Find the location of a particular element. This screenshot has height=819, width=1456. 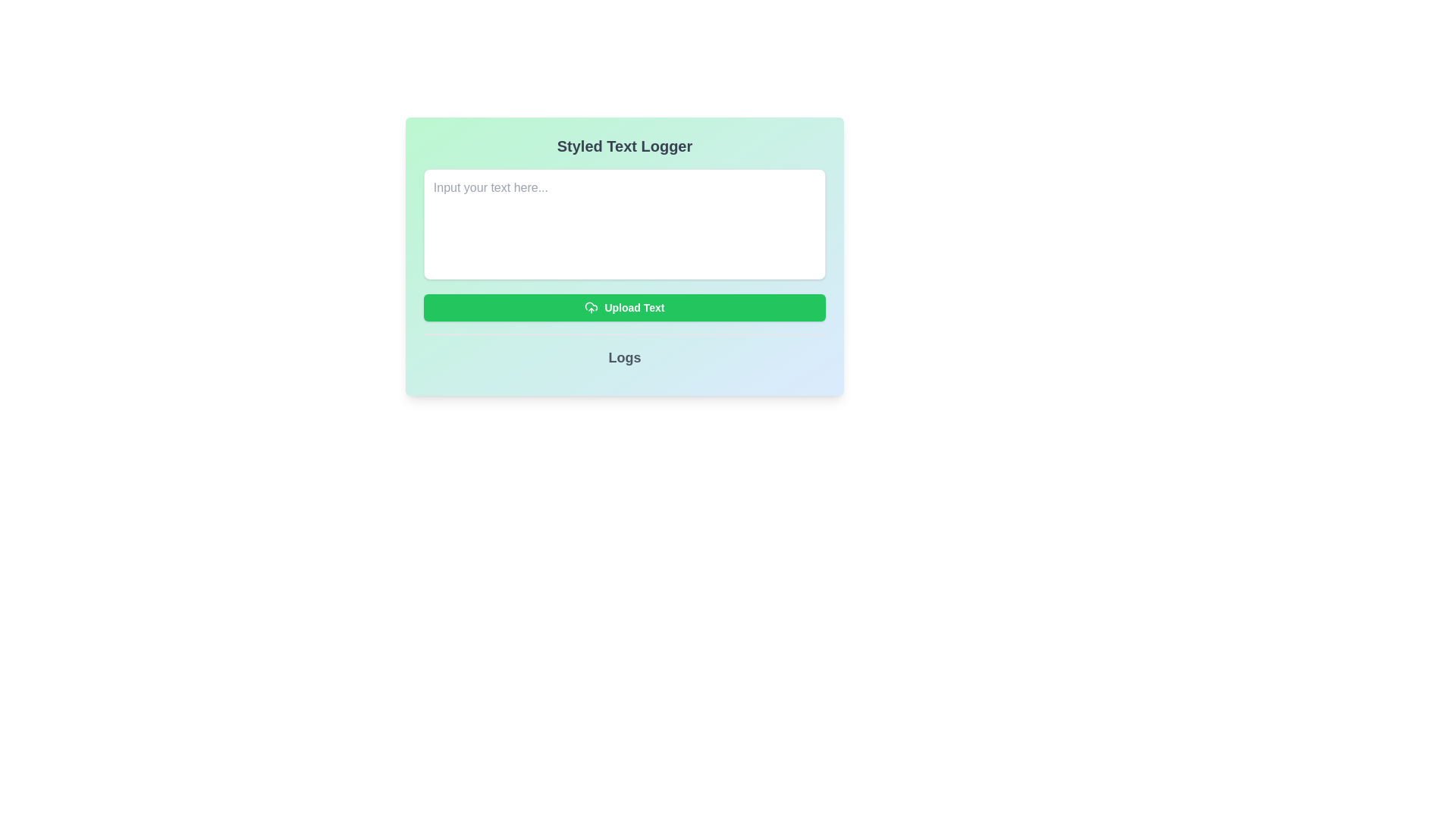

the upload icon located inside the 'Upload Text' button is located at coordinates (591, 307).